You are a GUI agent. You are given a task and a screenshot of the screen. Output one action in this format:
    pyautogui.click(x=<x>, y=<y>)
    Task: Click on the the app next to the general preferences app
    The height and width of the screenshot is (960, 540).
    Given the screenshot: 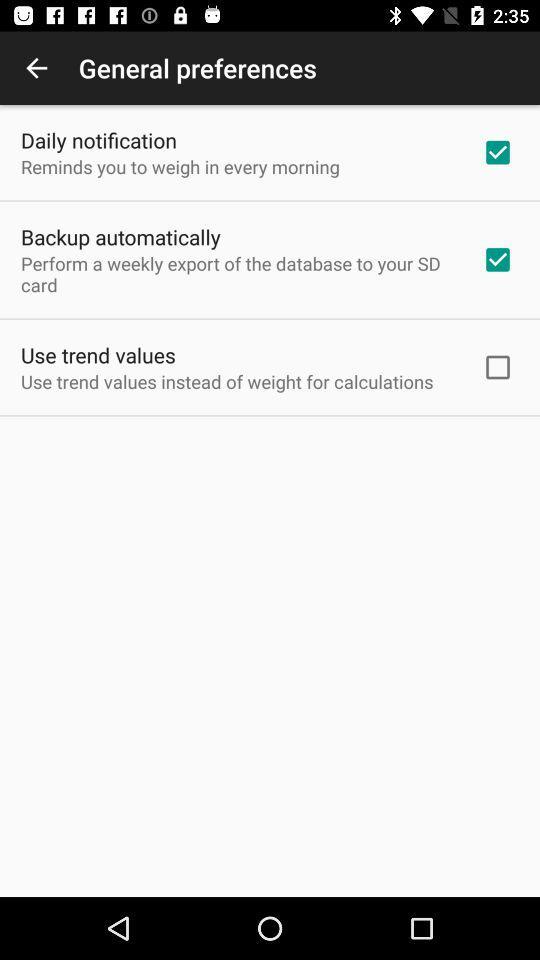 What is the action you would take?
    pyautogui.click(x=36, y=68)
    